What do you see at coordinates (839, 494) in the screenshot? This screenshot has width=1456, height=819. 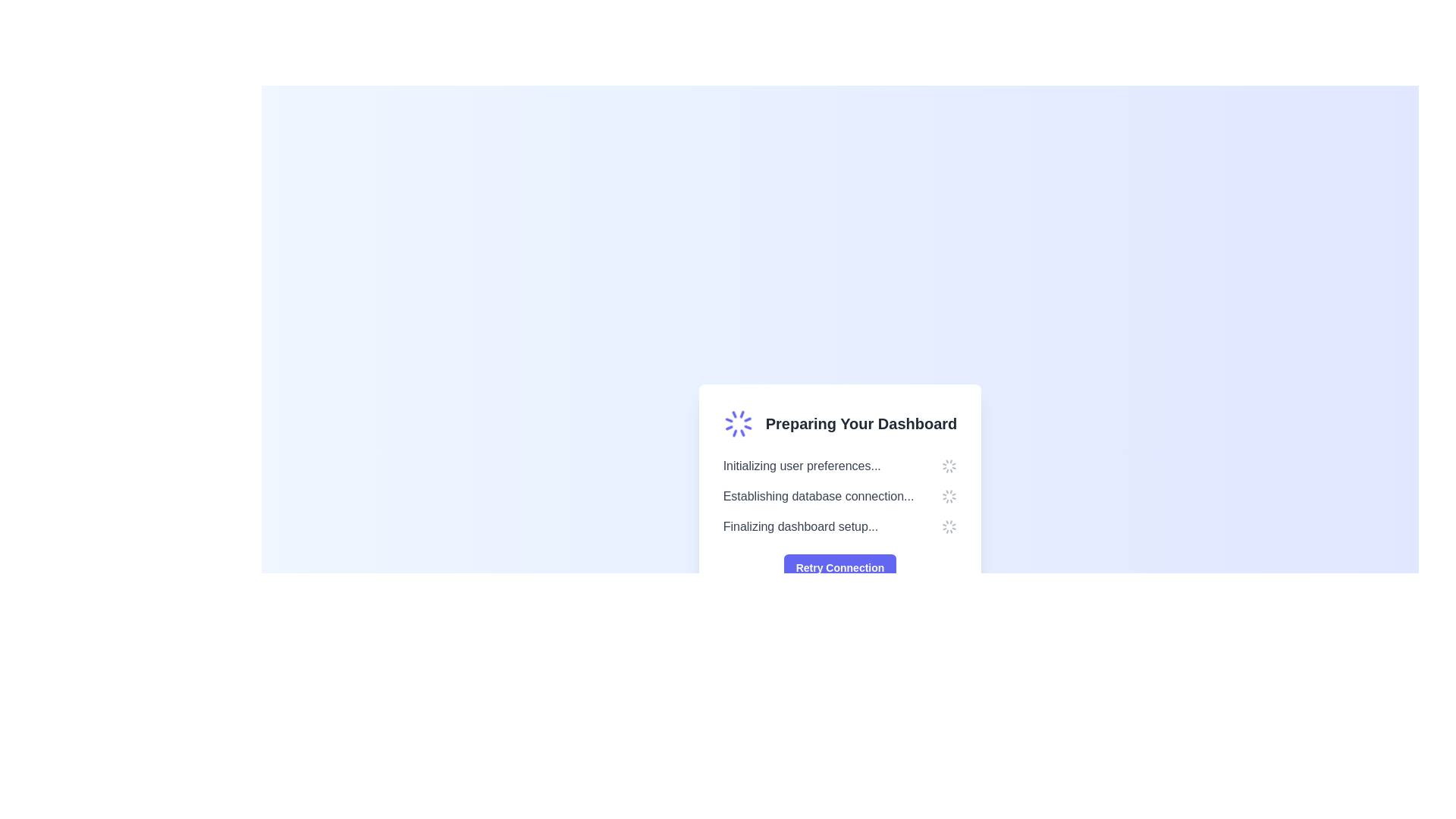 I see `the status dashboard element that displays initialization progress and provides a retry option` at bounding box center [839, 494].